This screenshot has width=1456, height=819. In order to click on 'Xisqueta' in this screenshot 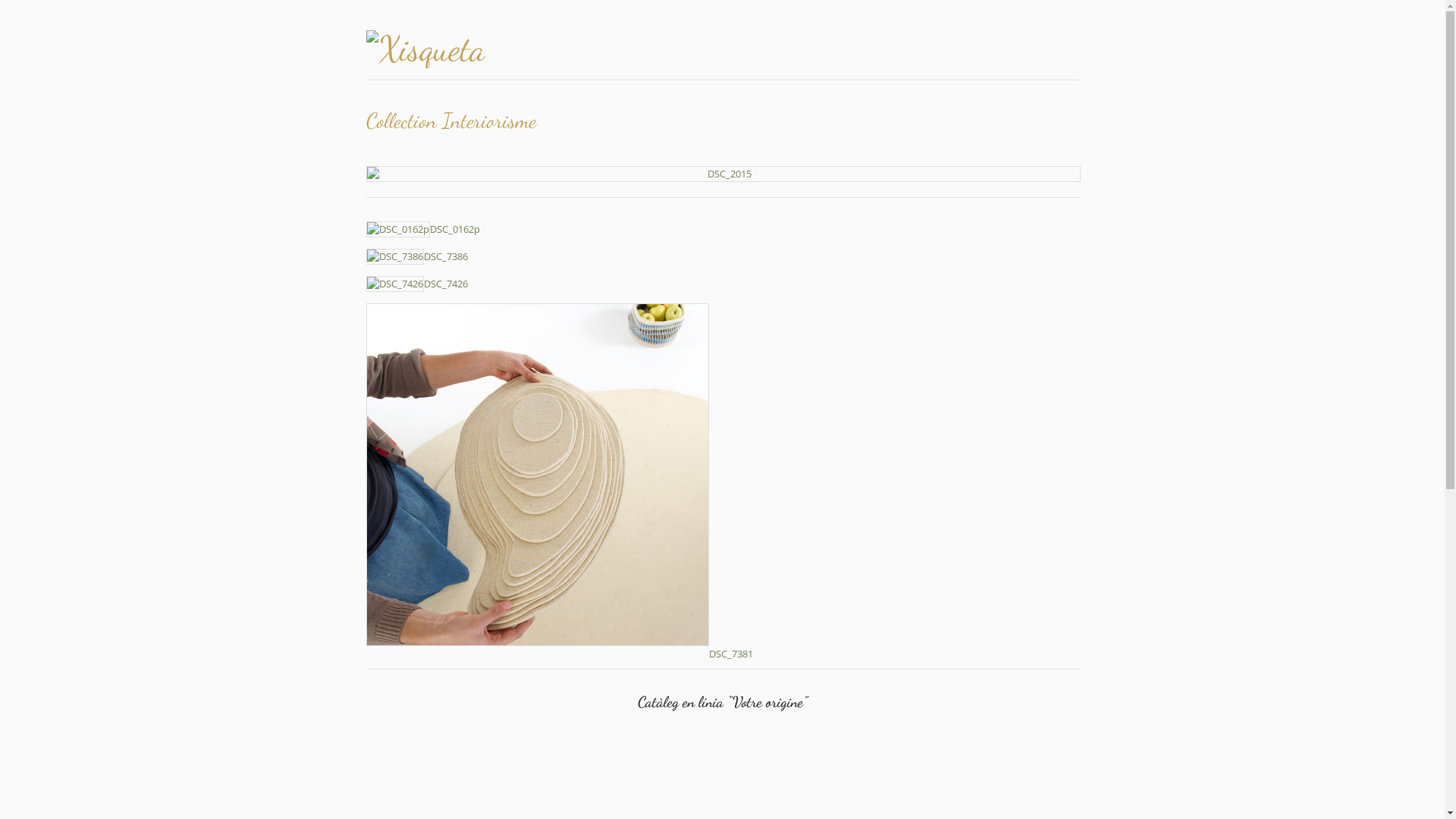, I will do `click(471, 49)`.